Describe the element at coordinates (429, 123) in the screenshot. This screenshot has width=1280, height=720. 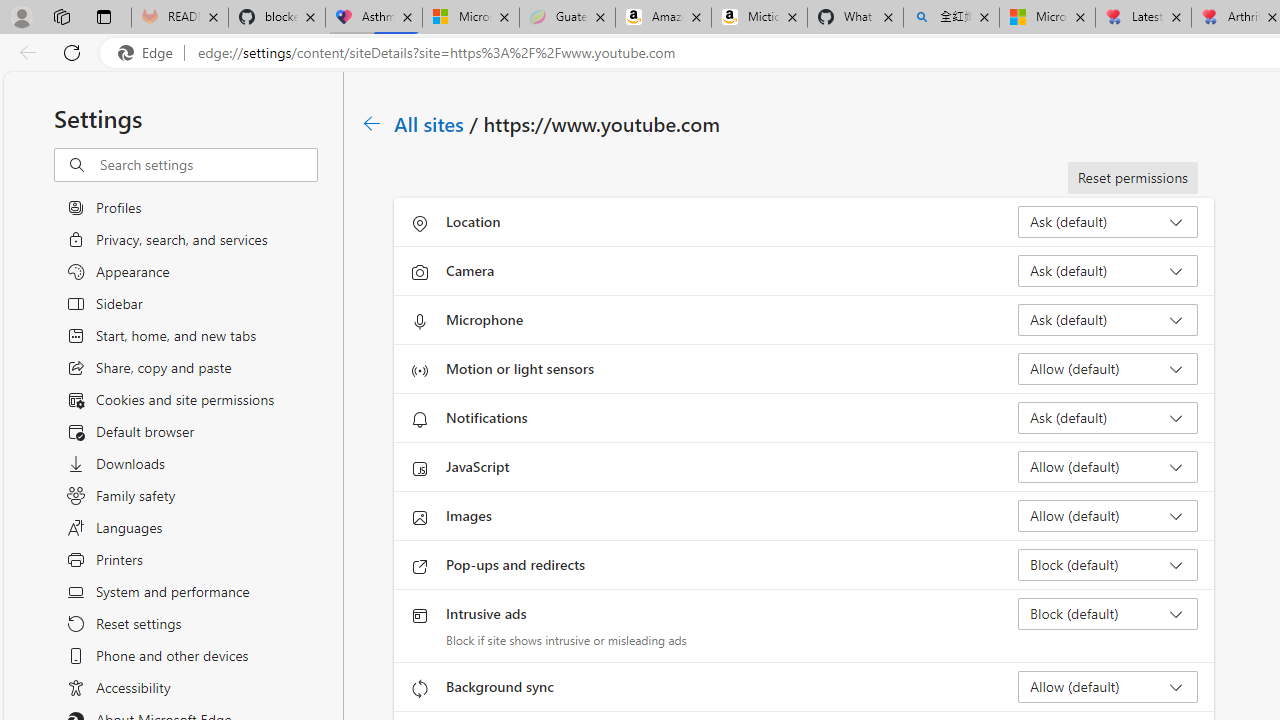
I see `'All sites'` at that location.